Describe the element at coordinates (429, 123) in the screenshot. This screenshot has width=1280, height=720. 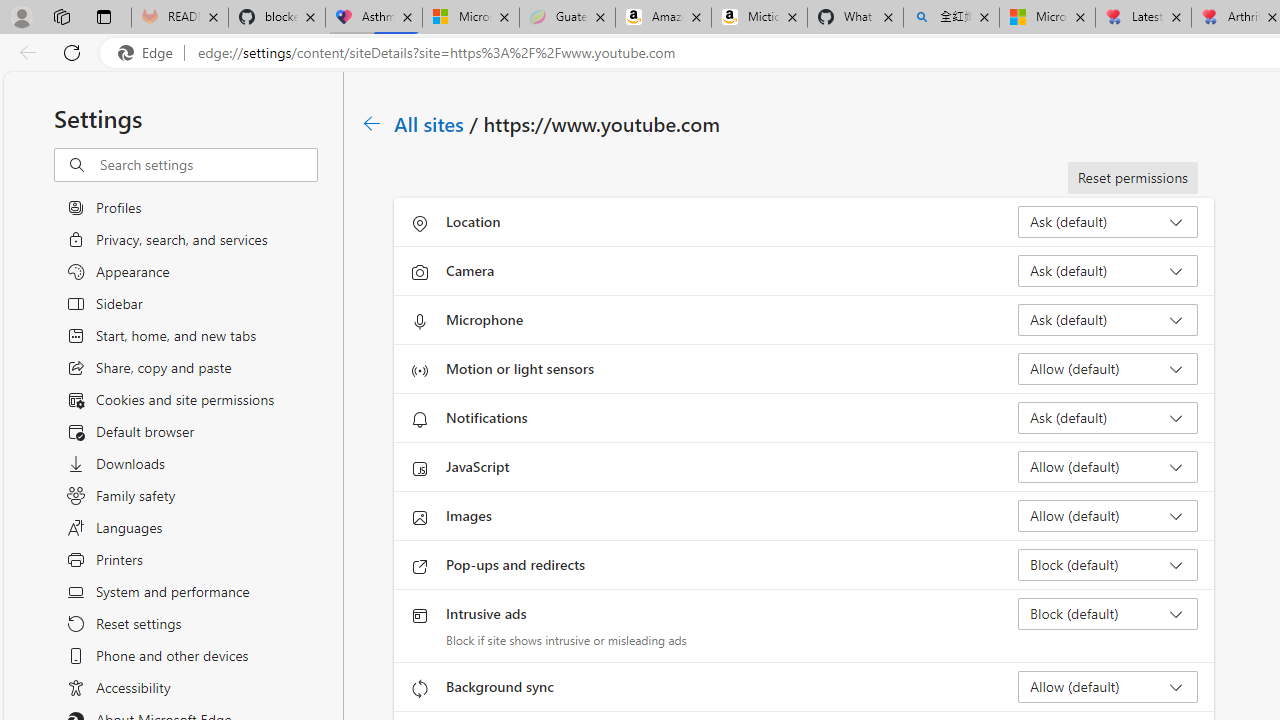
I see `'All sites'` at that location.